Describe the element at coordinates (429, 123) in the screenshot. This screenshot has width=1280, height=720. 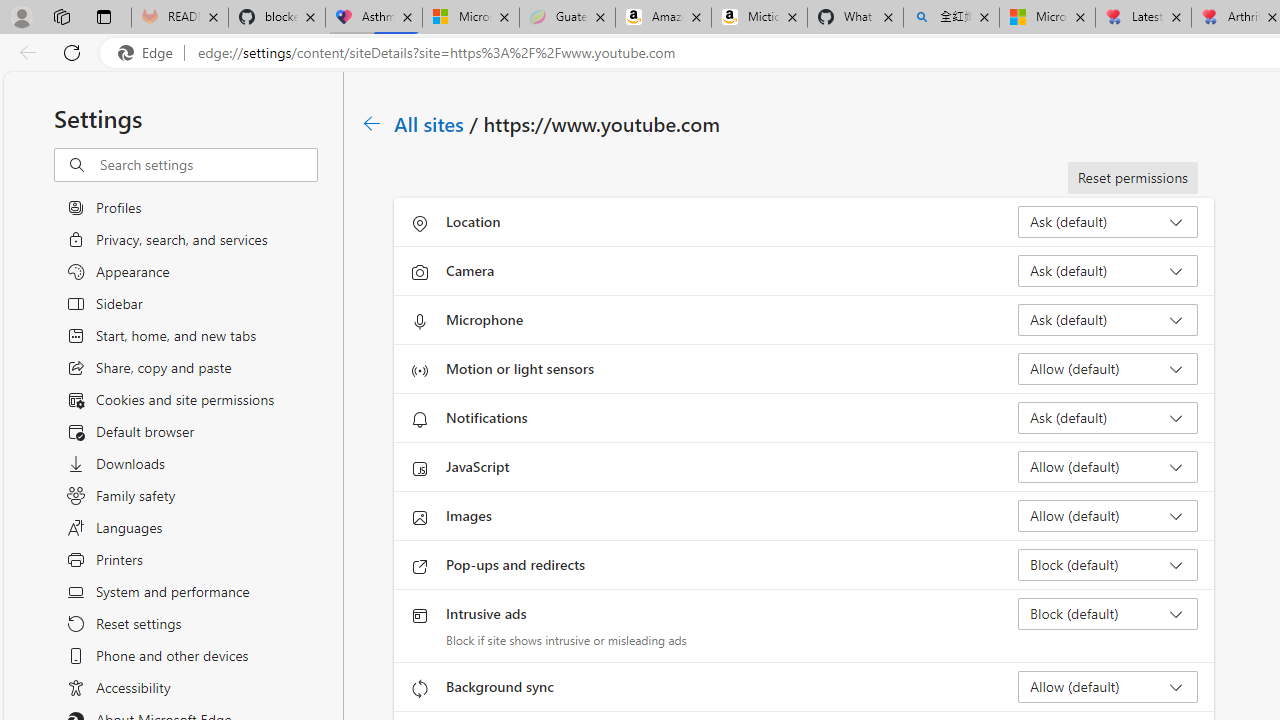
I see `'All sites'` at that location.